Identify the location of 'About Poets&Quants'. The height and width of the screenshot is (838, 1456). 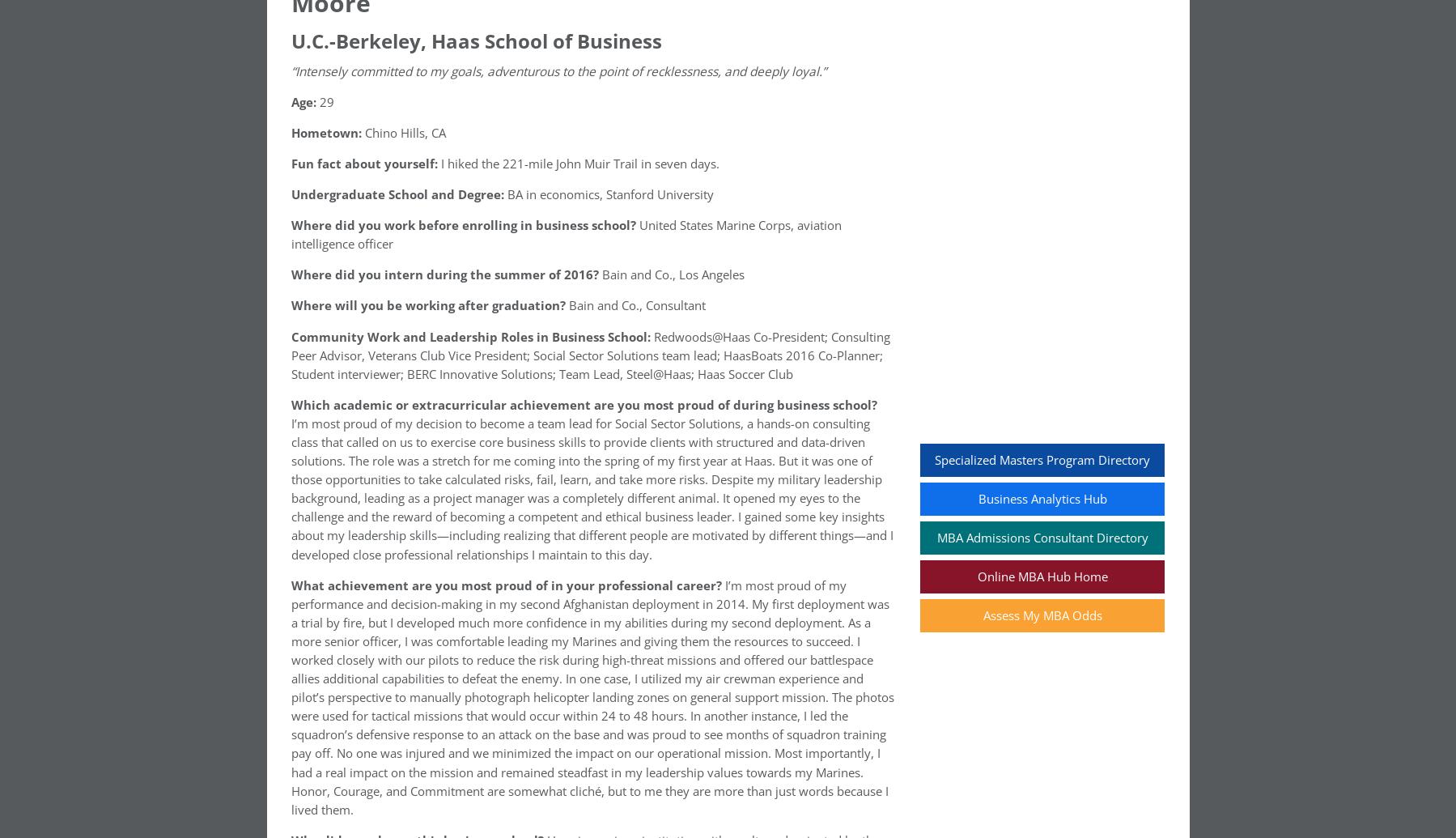
(388, 701).